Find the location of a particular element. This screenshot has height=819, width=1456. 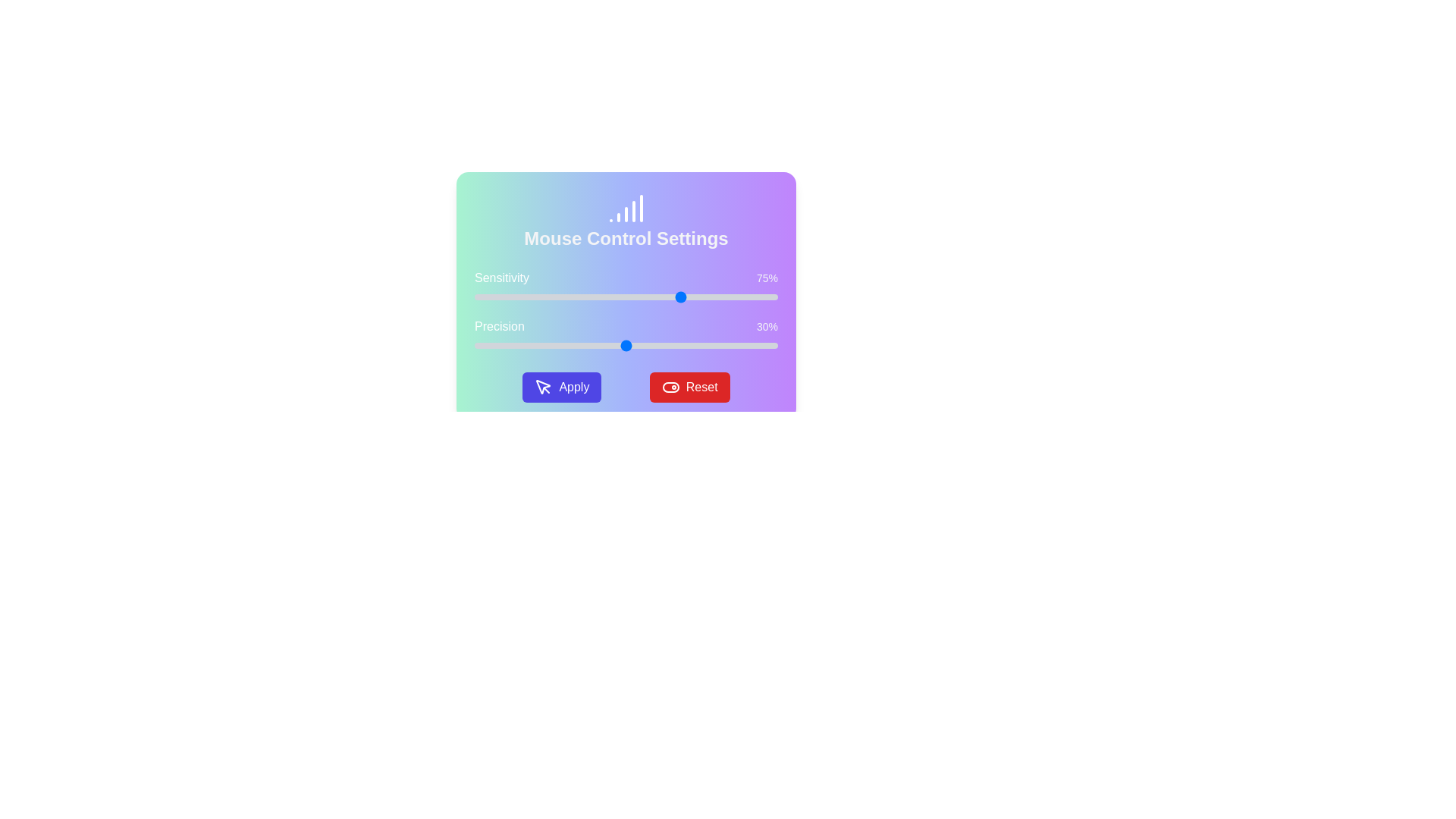

the sensitivity is located at coordinates (607, 297).